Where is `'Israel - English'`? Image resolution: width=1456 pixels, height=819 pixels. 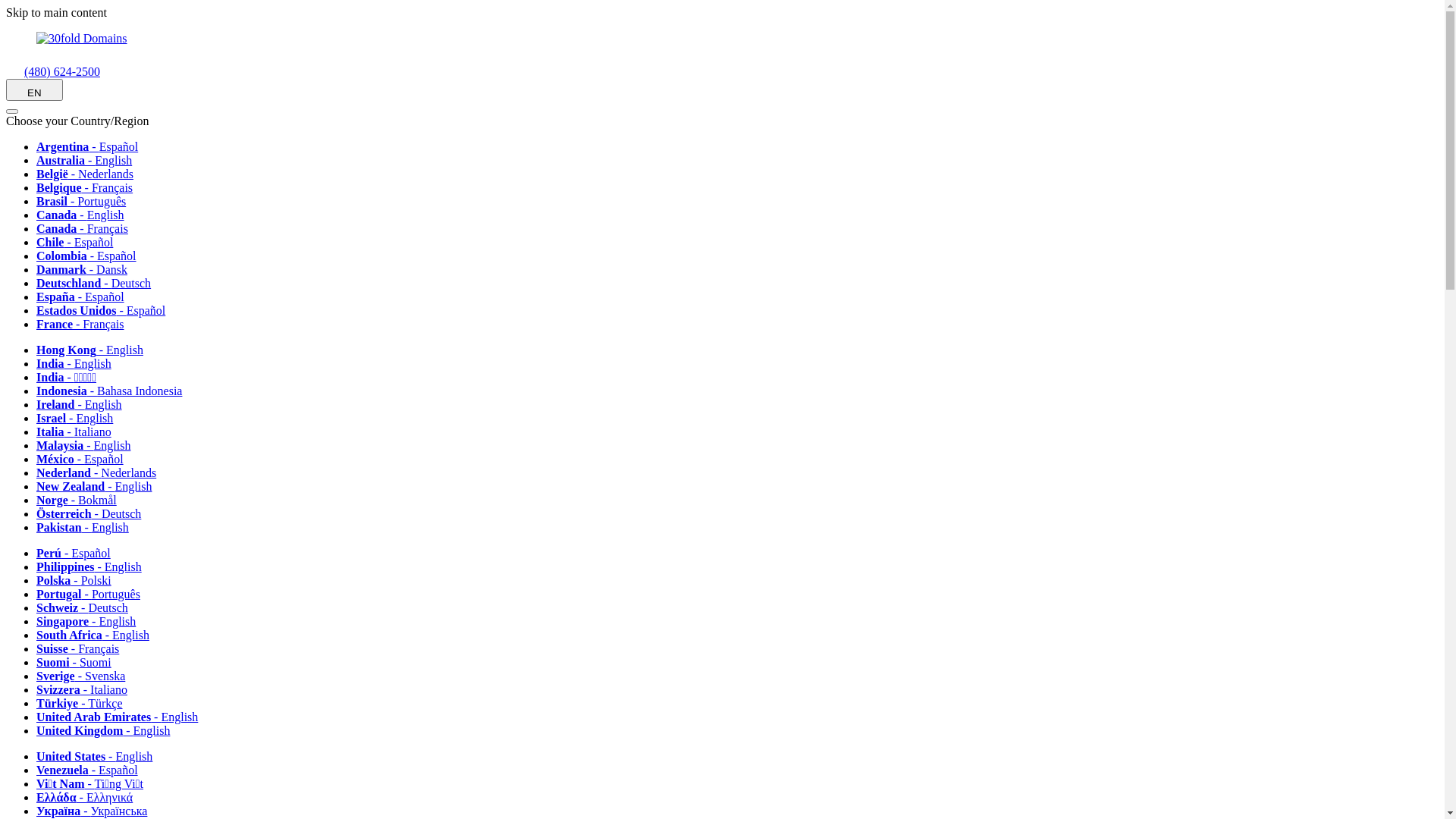
'Israel - English' is located at coordinates (79, 418).